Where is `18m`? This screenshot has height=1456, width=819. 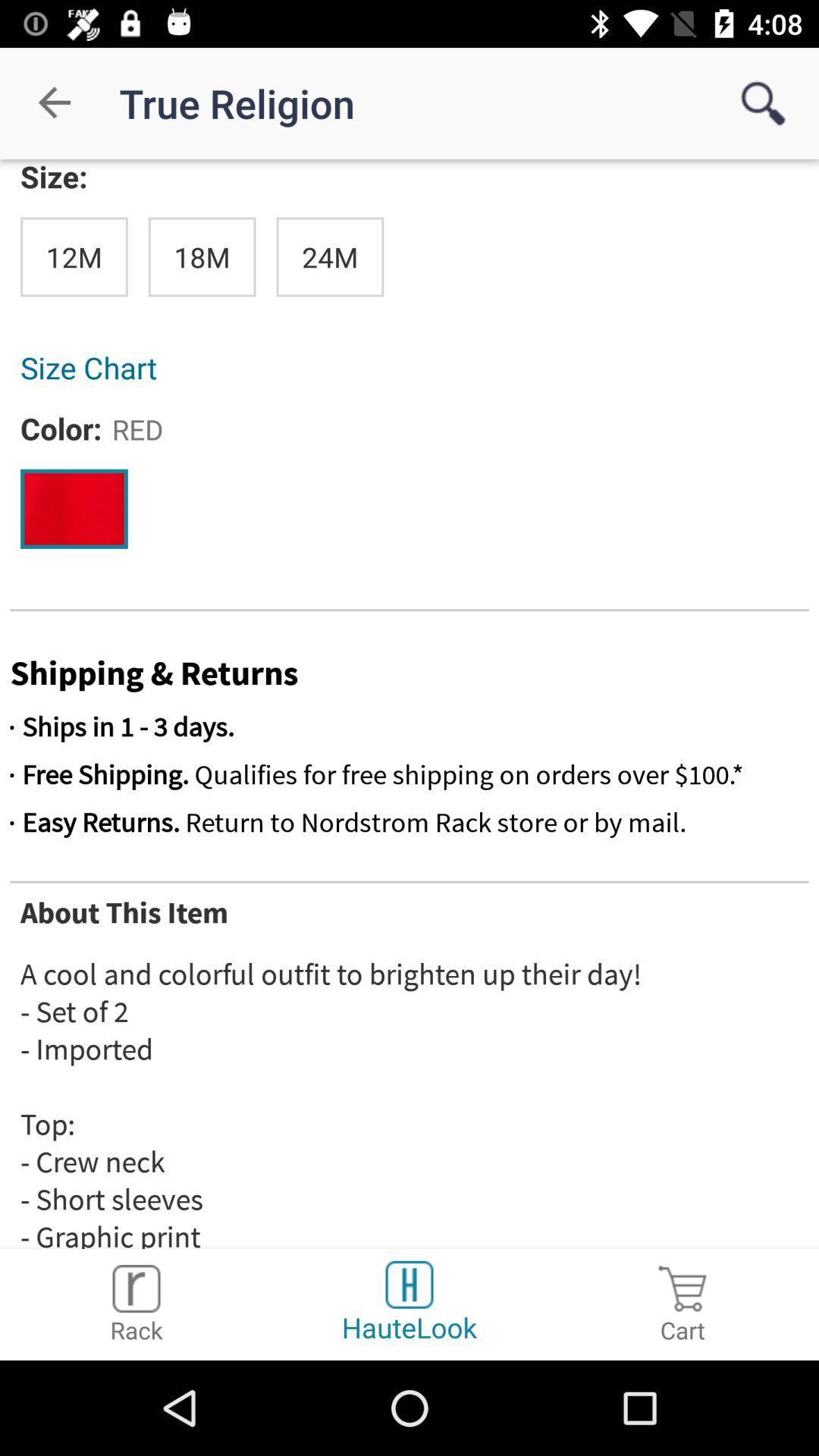 18m is located at coordinates (201, 257).